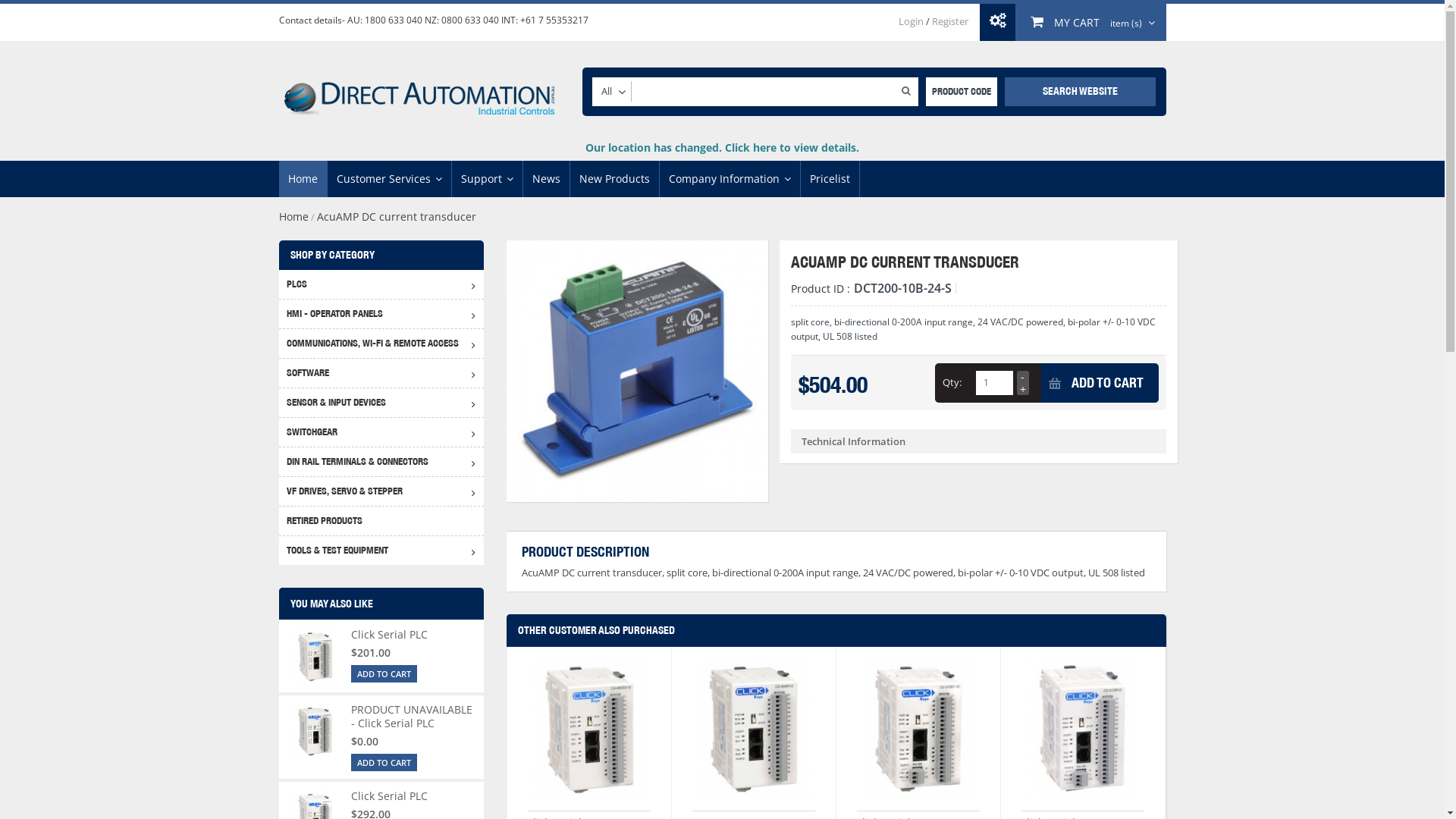 This screenshot has width=1456, height=819. Describe the element at coordinates (349, 716) in the screenshot. I see `'PRODUCT UNAVAILABLE - Click Serial PLC'` at that location.